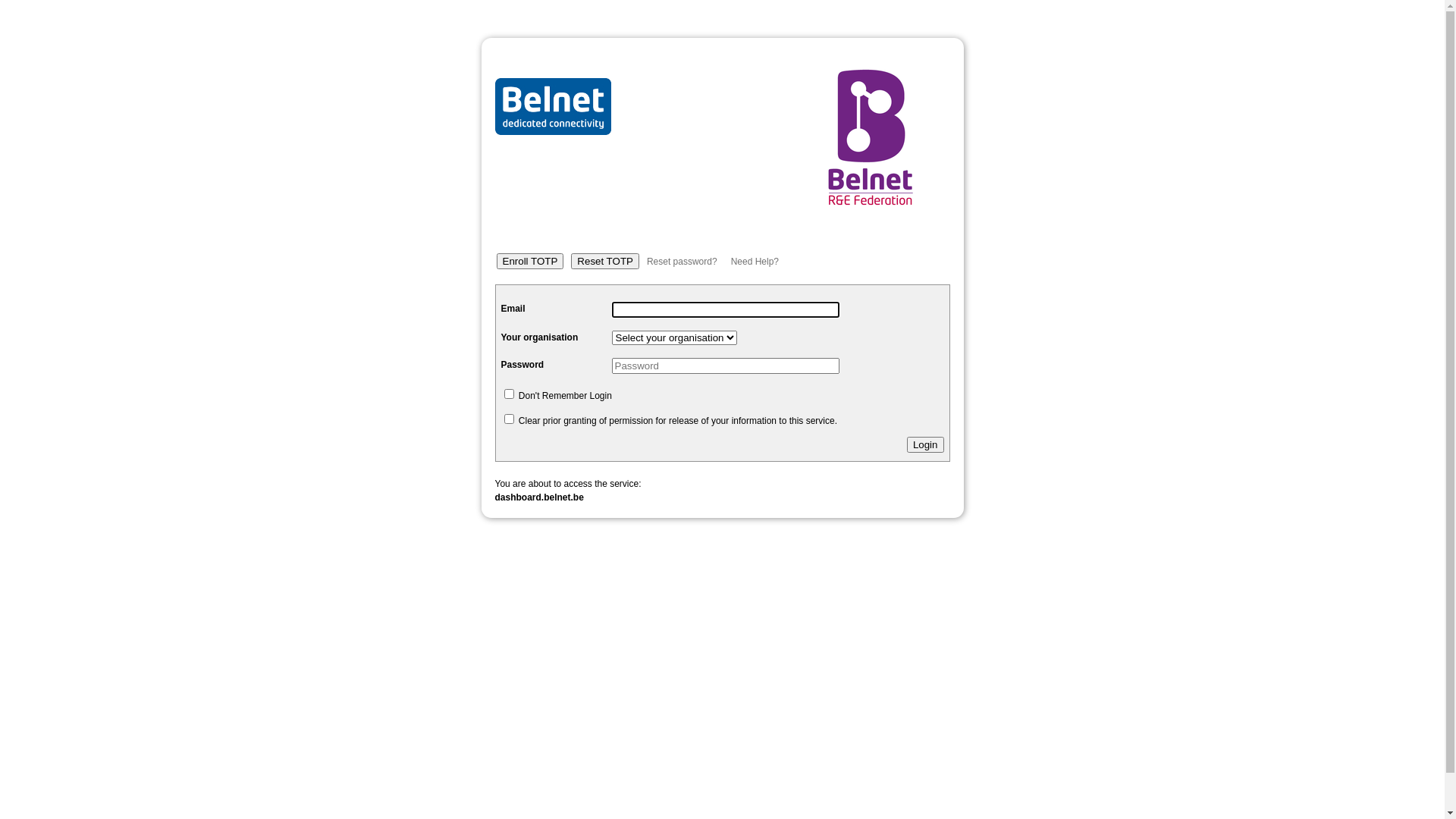 The width and height of the screenshot is (1456, 819). I want to click on 'Reset TOTP', so click(604, 260).